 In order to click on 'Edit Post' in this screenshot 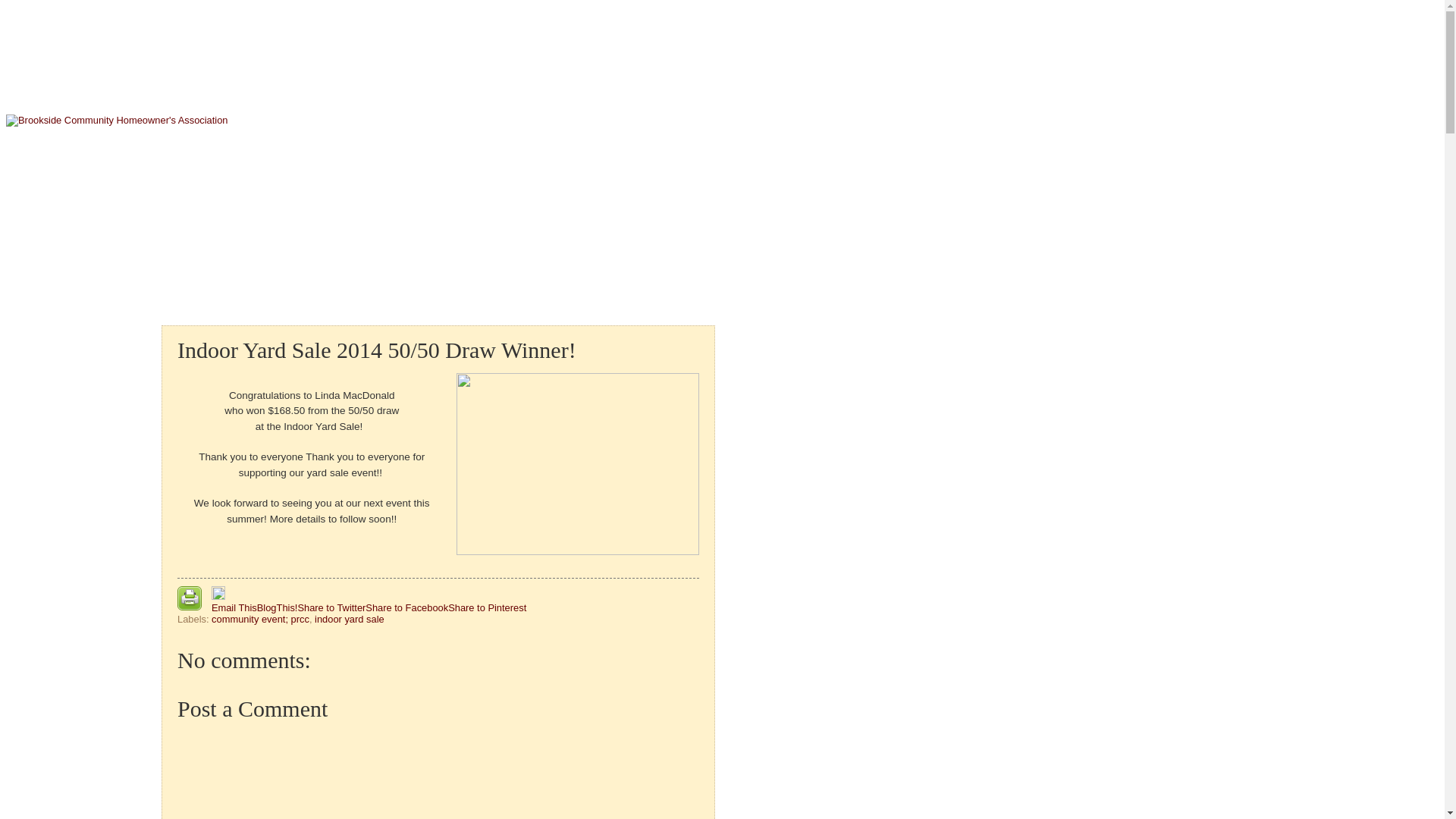, I will do `click(218, 595)`.